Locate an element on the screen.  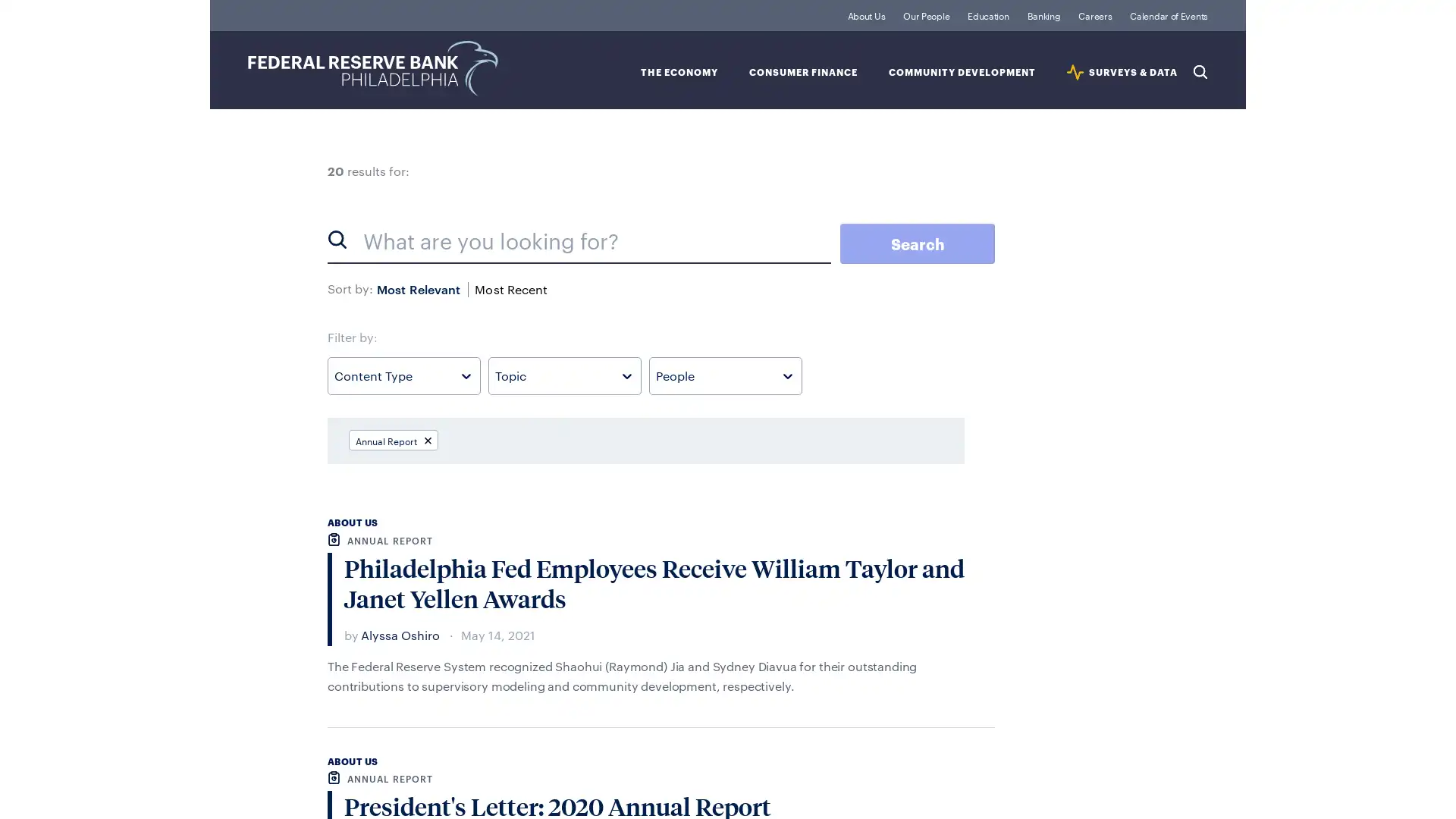
Most Recent is located at coordinates (510, 289).